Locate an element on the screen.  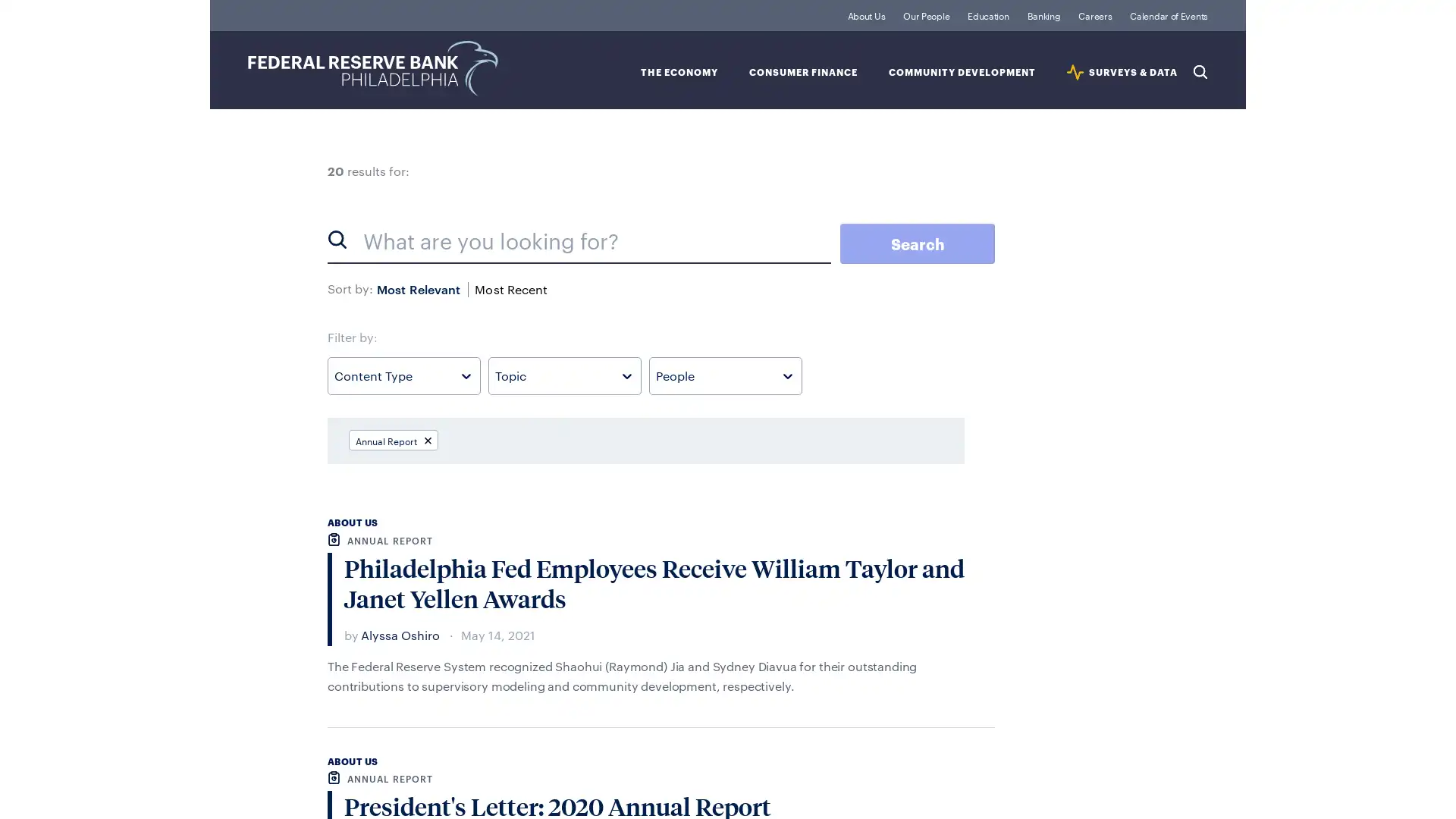
Most Recent is located at coordinates (510, 289).